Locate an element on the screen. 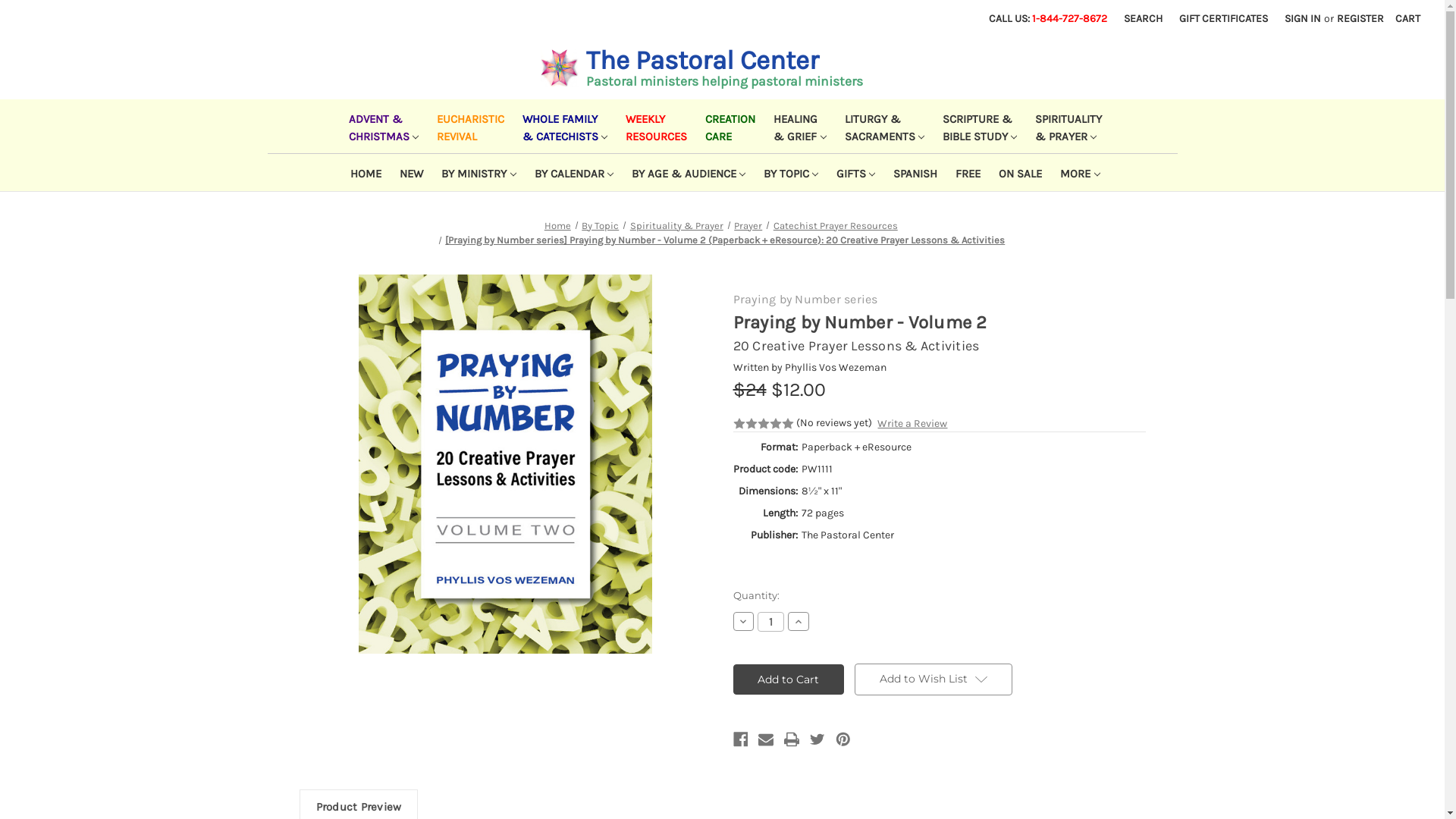 The height and width of the screenshot is (819, 1456). 'BY CALENDAR' is located at coordinates (522, 171).